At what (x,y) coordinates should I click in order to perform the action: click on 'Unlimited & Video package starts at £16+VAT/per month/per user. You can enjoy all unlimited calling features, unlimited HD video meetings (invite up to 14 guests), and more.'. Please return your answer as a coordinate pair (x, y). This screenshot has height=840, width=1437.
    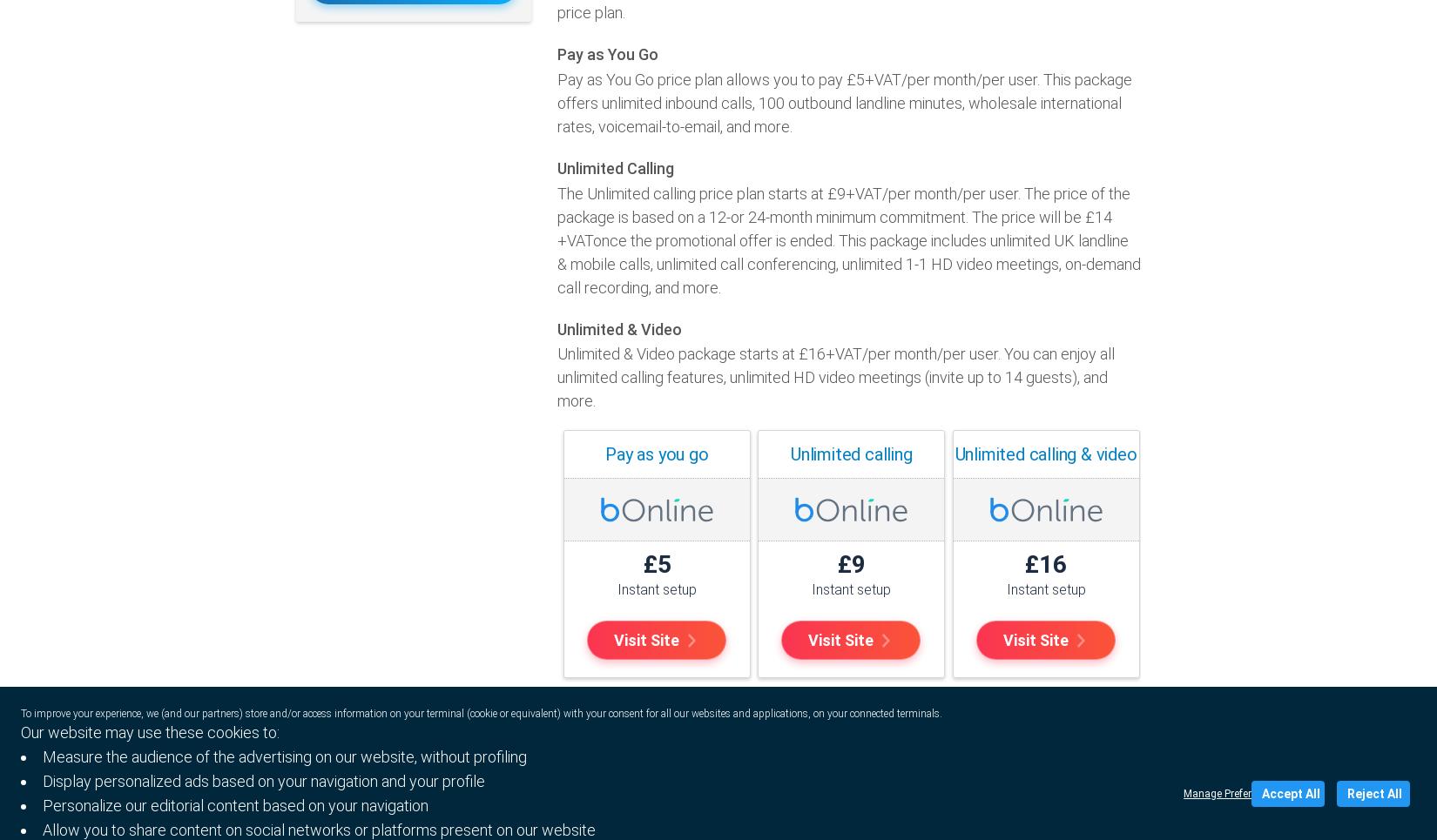
    Looking at the image, I should click on (835, 377).